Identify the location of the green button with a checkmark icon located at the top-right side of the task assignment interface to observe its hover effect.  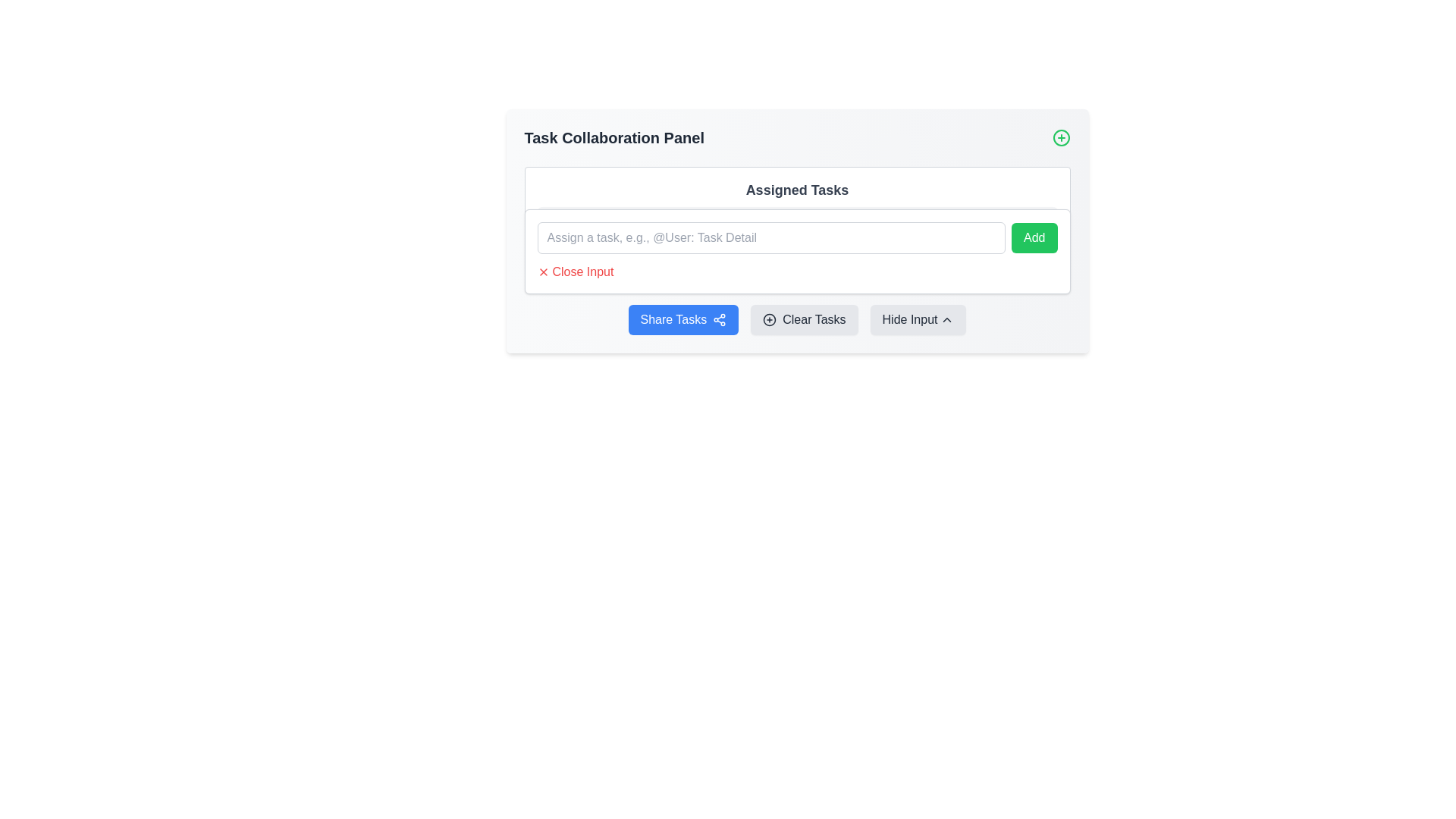
(1040, 222).